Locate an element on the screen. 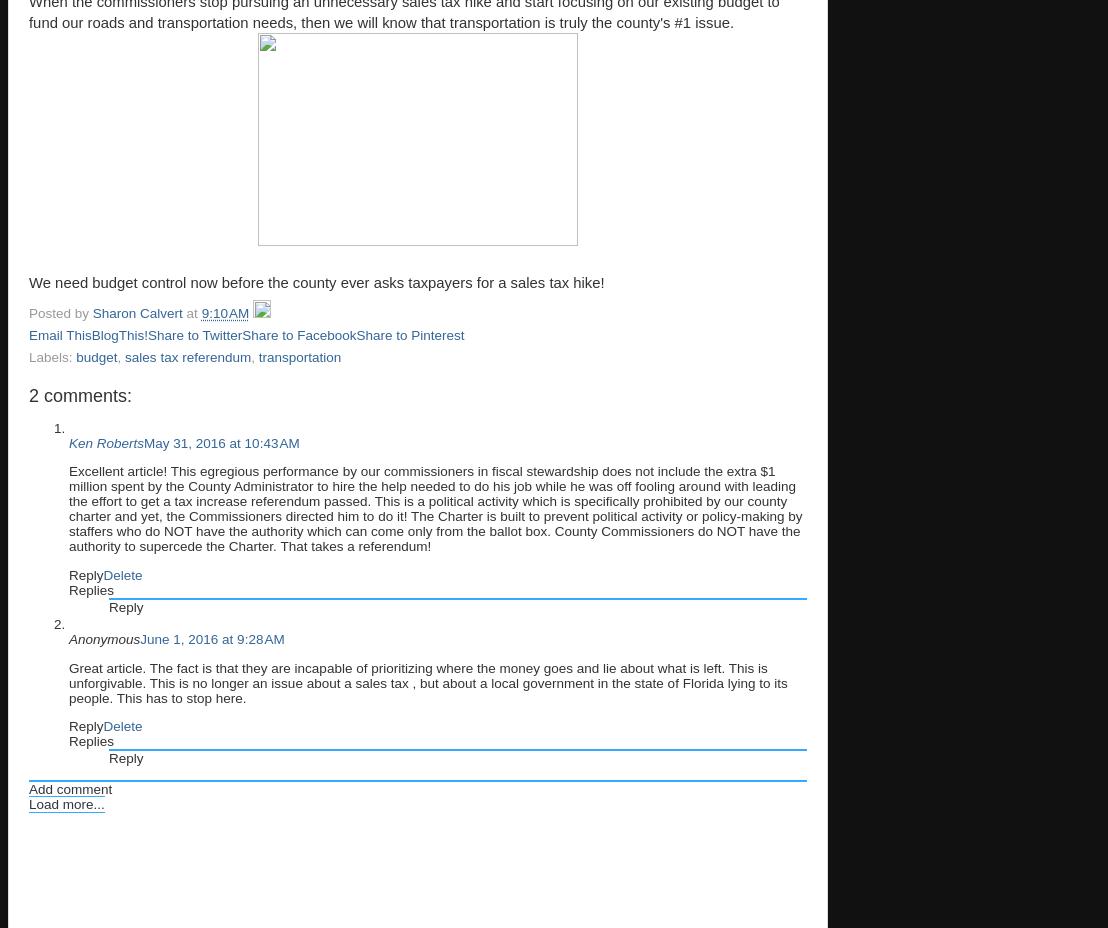  'budget' is located at coordinates (96, 356).